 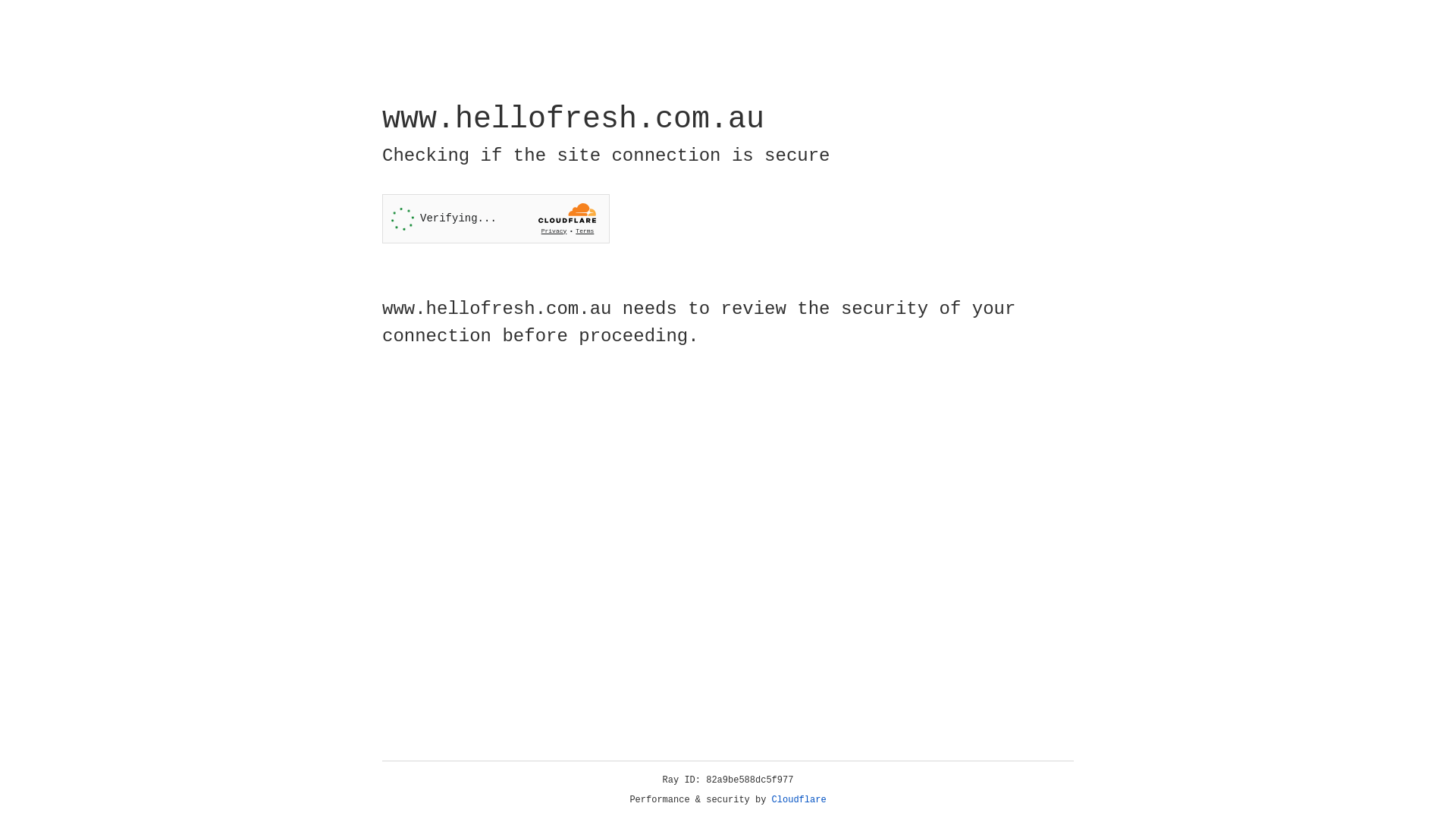 What do you see at coordinates (799, 799) in the screenshot?
I see `'Cloudflare'` at bounding box center [799, 799].